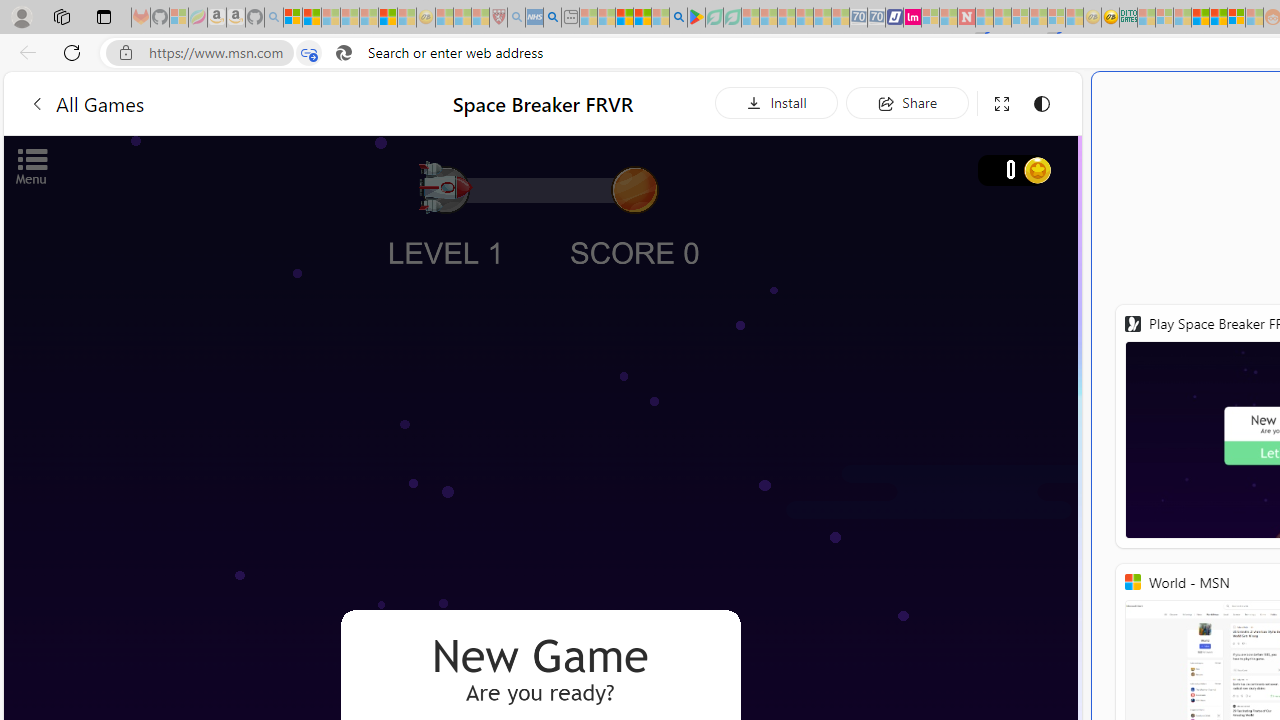 This screenshot has height=720, width=1280. What do you see at coordinates (1200, 17) in the screenshot?
I see `'Expert Portfolios'` at bounding box center [1200, 17].